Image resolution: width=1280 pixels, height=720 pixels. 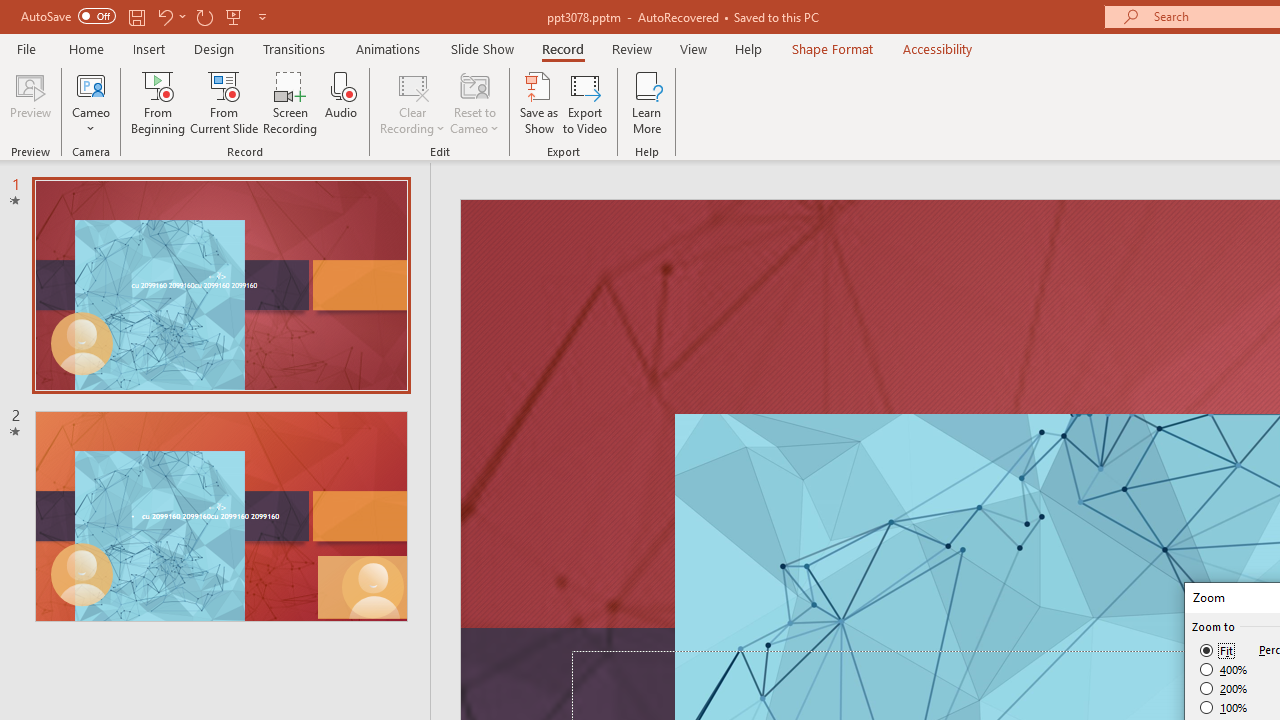 What do you see at coordinates (832, 48) in the screenshot?
I see `'Shape Format'` at bounding box center [832, 48].